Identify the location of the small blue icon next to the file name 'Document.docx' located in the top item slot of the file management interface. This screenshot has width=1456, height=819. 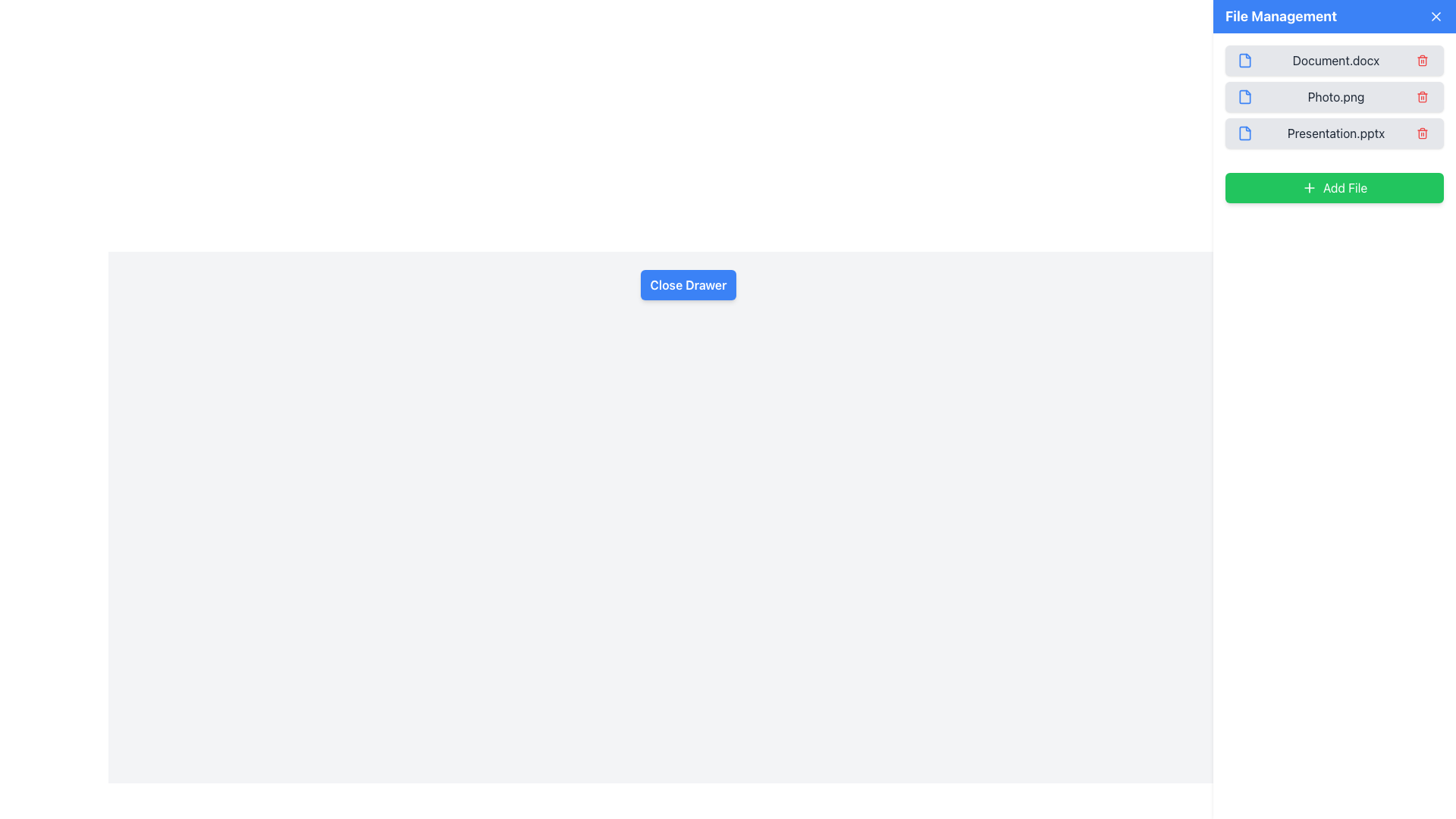
(1244, 60).